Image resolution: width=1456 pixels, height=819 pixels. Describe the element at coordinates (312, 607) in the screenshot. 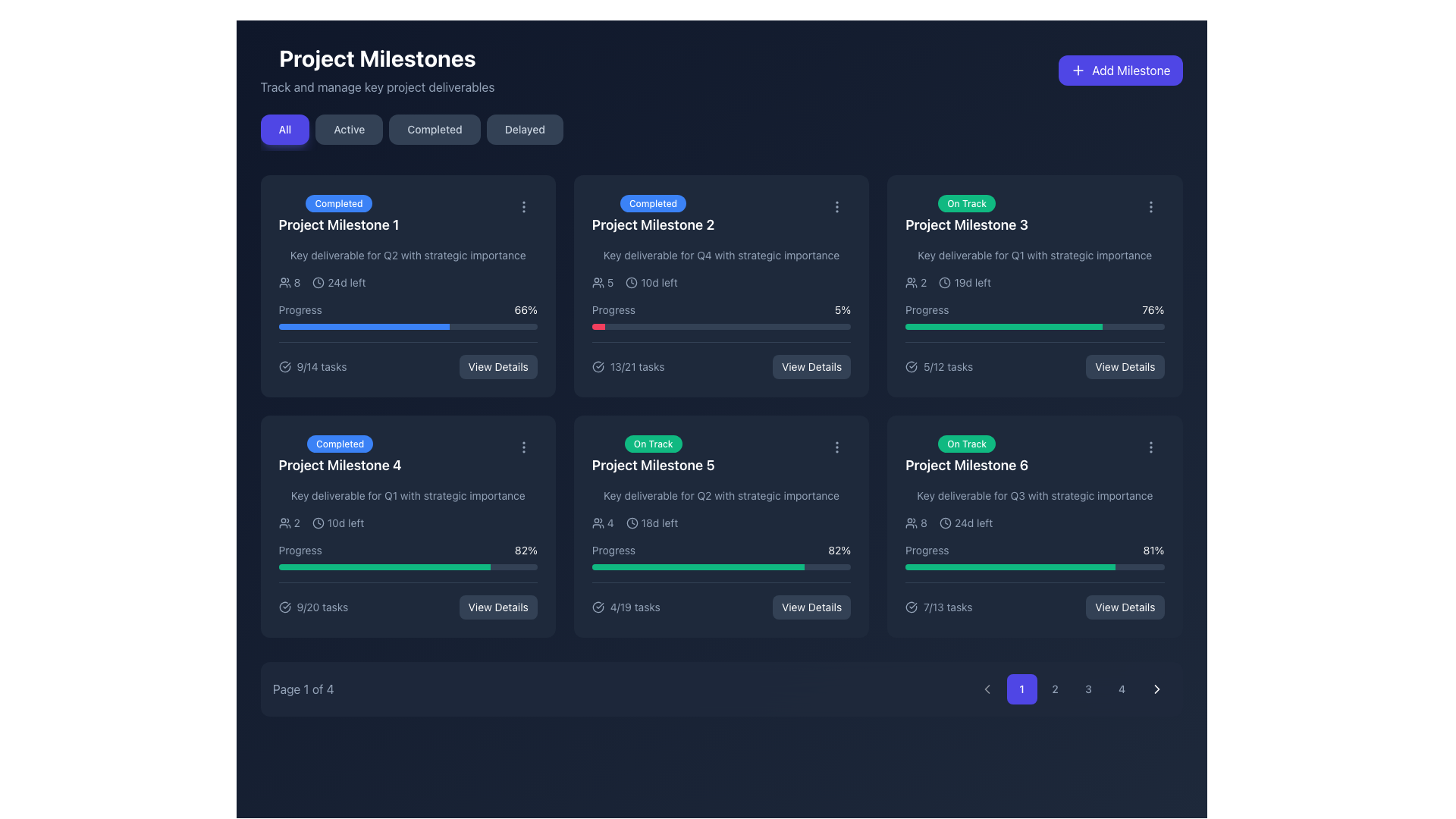

I see `the text '9/20 tasks' with the accompanying icon located at the bottom left corner of the card labeled 'Project Milestone 4'` at that location.